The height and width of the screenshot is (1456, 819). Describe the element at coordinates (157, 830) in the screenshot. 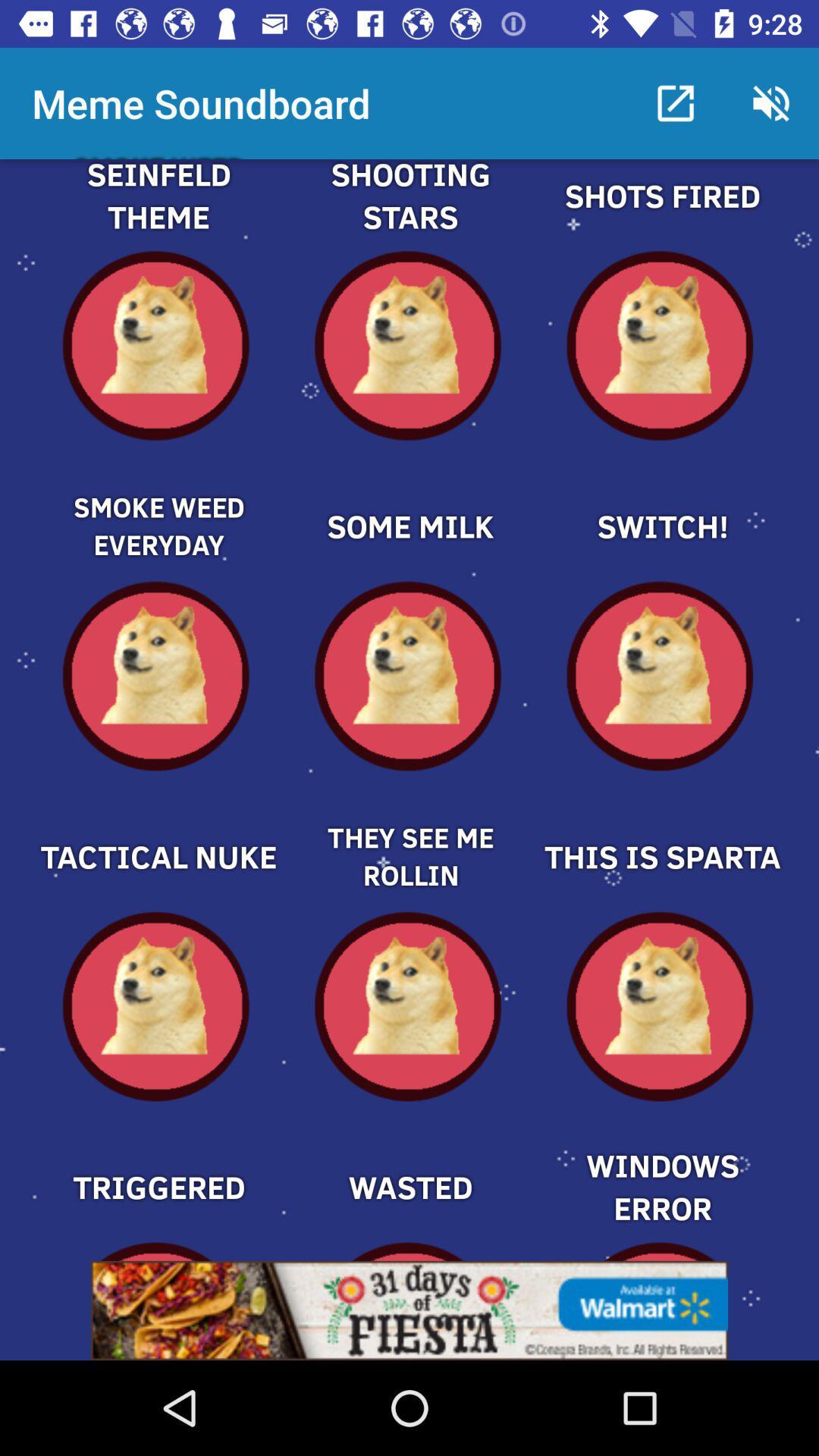

I see `the add image` at that location.